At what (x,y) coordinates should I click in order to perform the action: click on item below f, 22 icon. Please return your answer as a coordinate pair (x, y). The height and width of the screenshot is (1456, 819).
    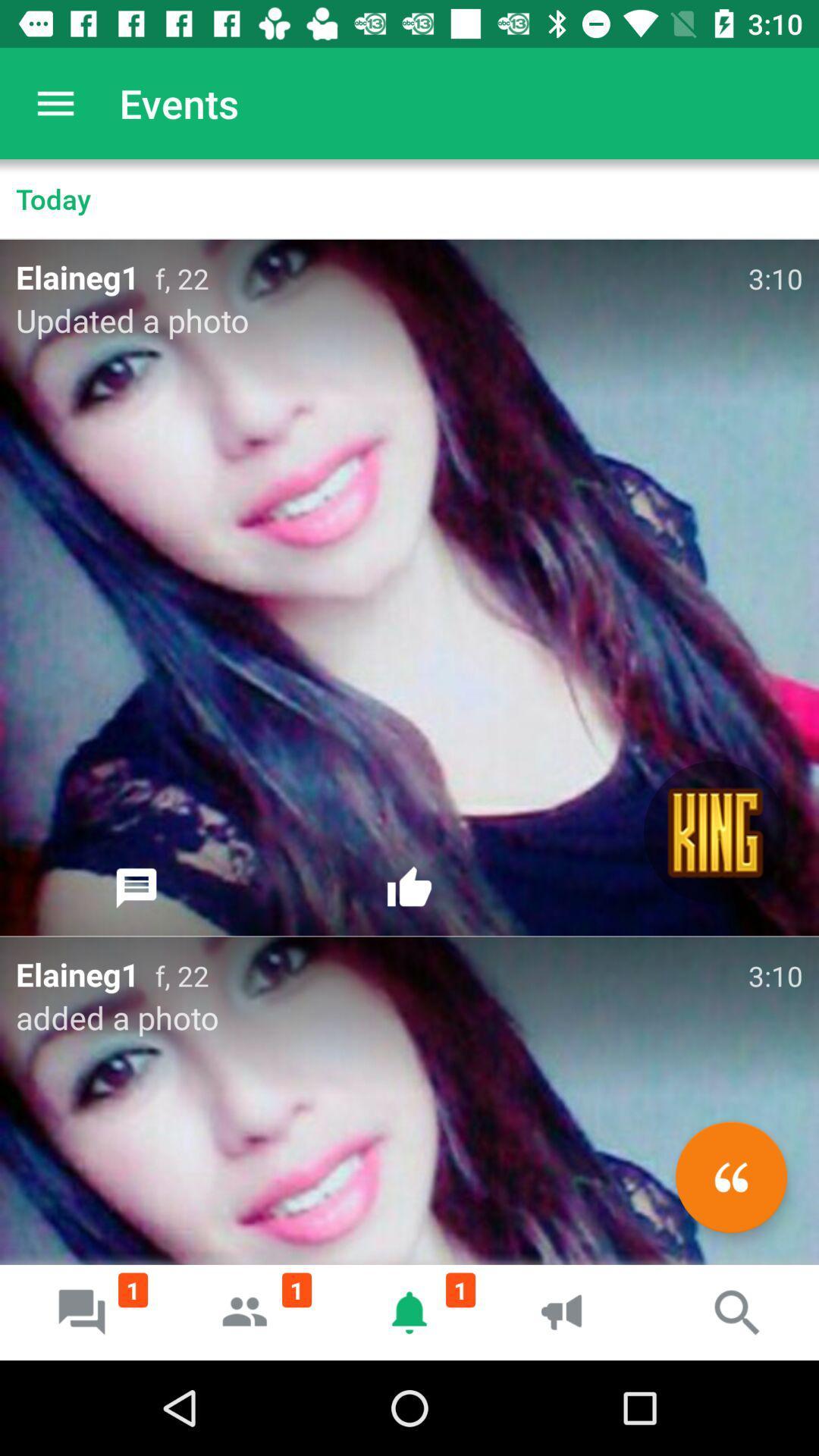
    Looking at the image, I should click on (730, 1176).